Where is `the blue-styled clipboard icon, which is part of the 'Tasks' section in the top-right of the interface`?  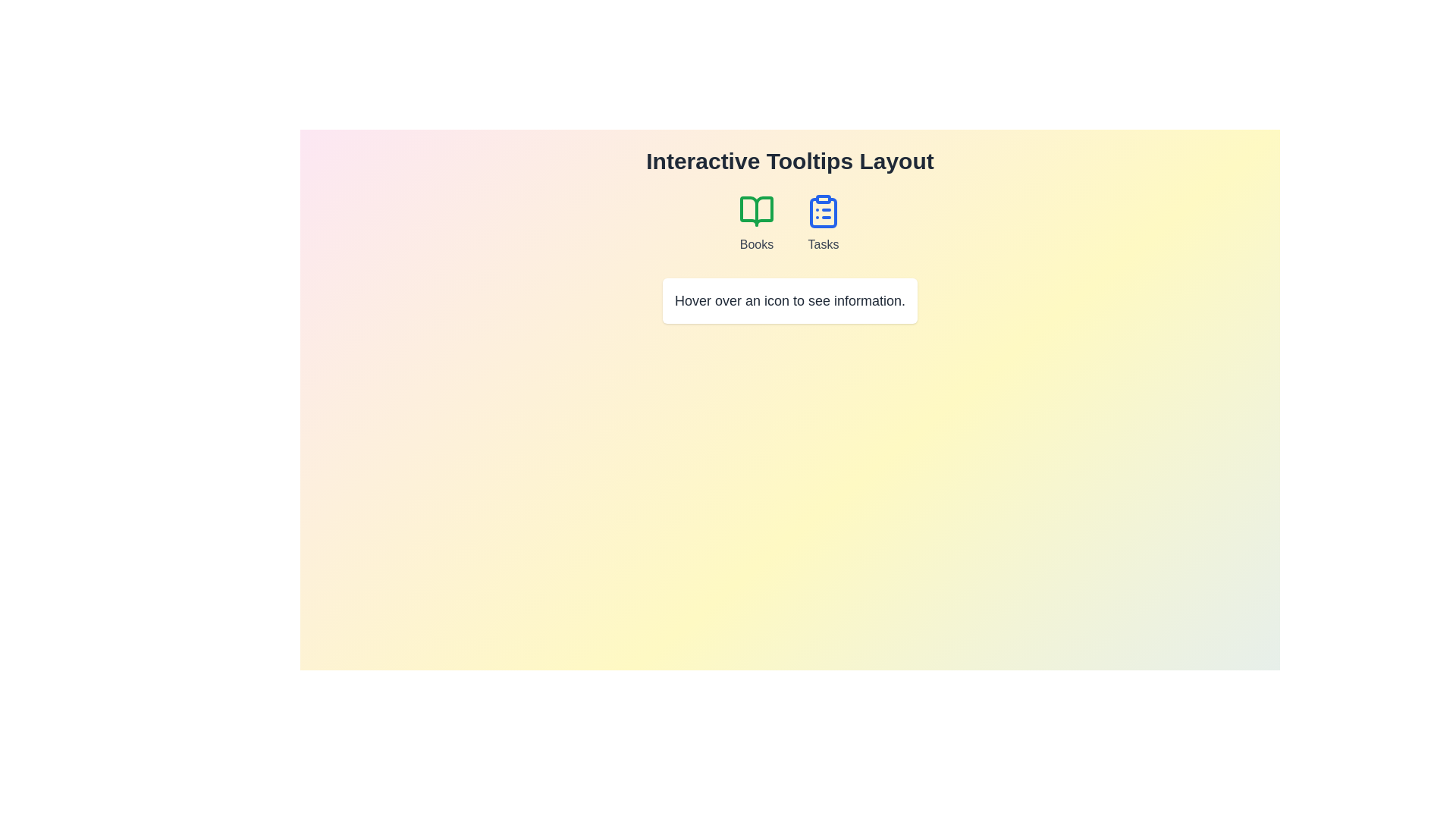 the blue-styled clipboard icon, which is part of the 'Tasks' section in the top-right of the interface is located at coordinates (822, 213).